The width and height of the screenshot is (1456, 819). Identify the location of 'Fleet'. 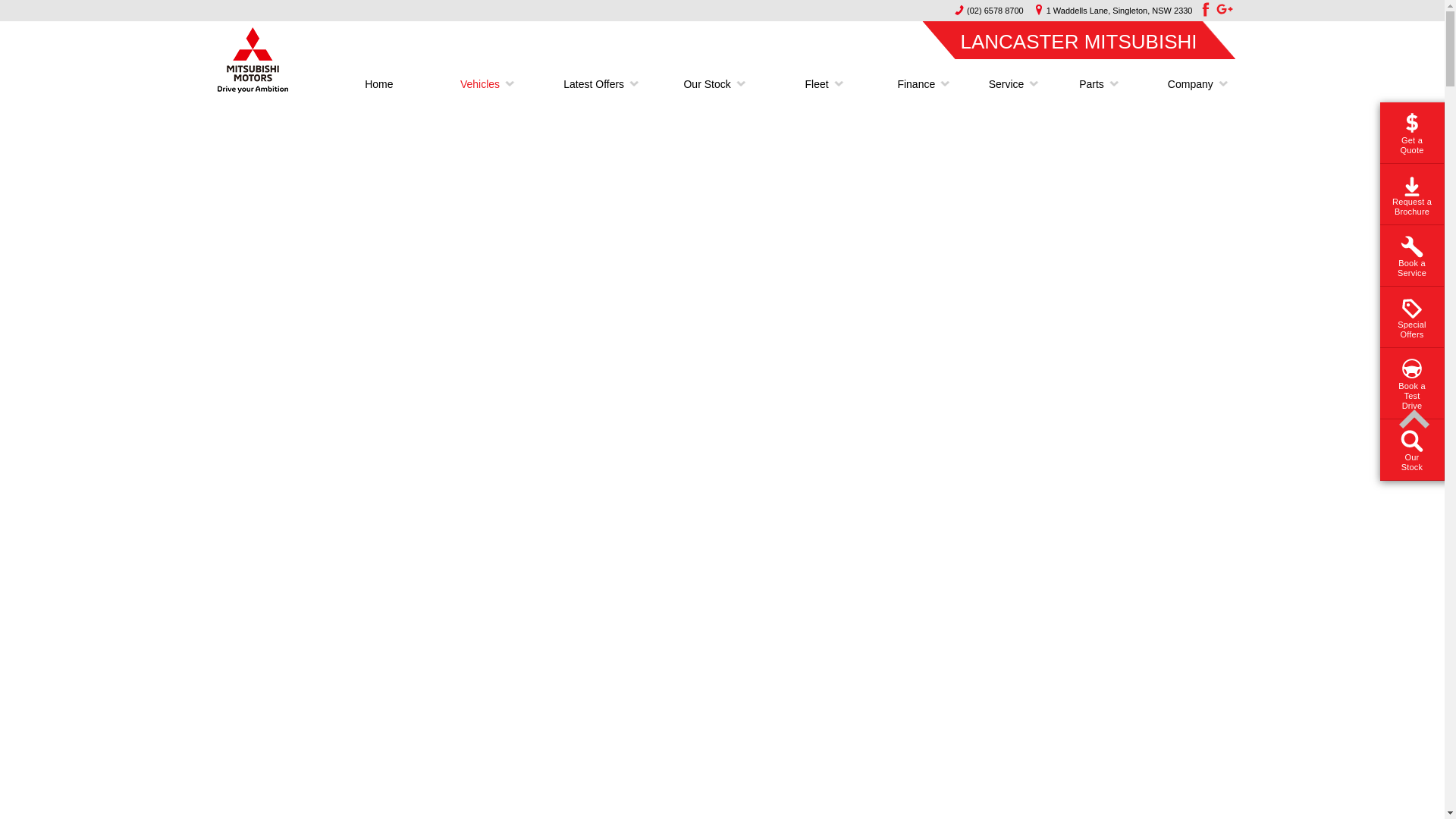
(815, 84).